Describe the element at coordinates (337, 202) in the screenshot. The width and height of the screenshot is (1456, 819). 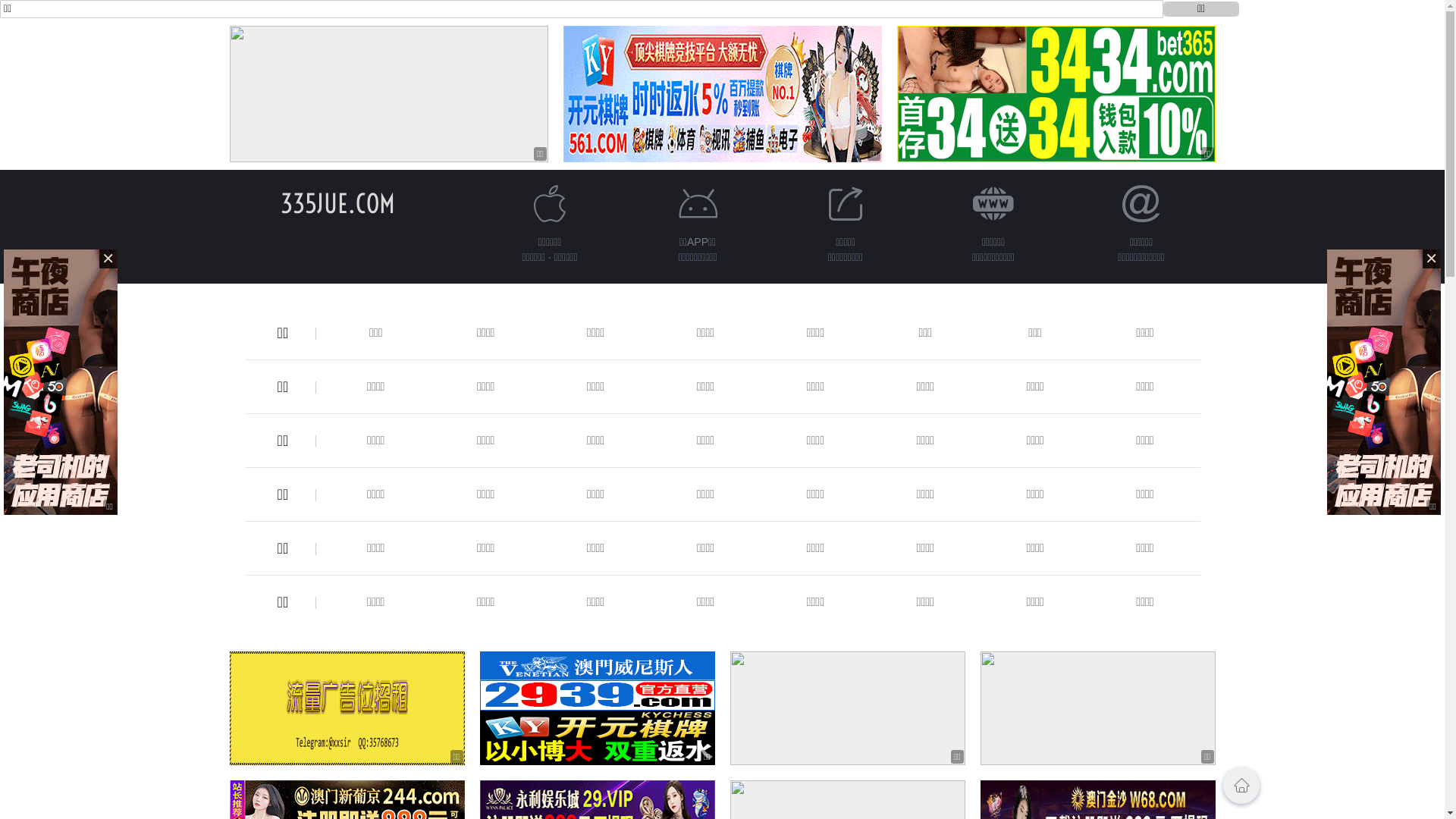
I see `'335JUE.COM'` at that location.